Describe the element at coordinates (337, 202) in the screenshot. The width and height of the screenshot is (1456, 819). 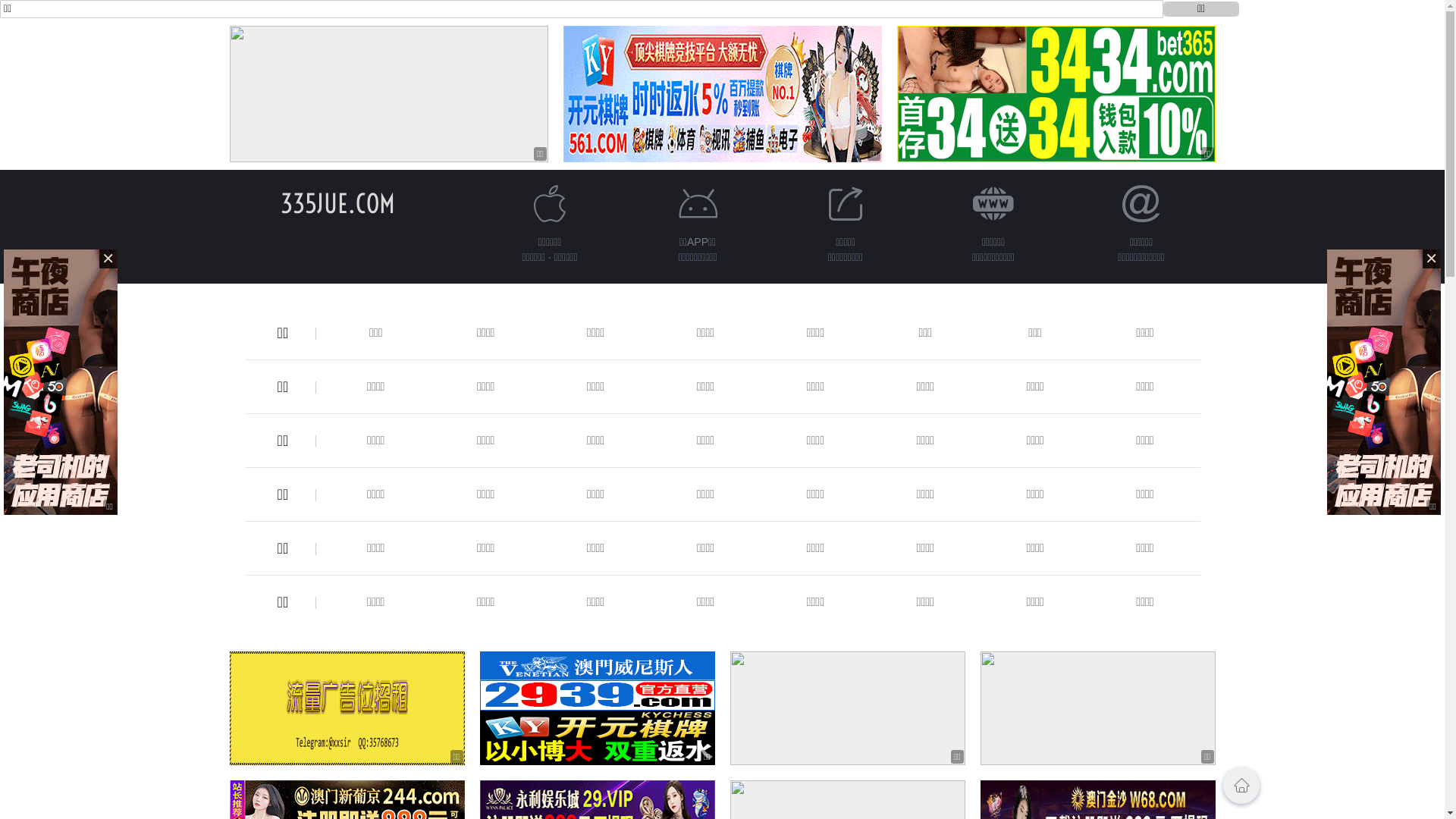
I see `'335JUE.COM'` at that location.